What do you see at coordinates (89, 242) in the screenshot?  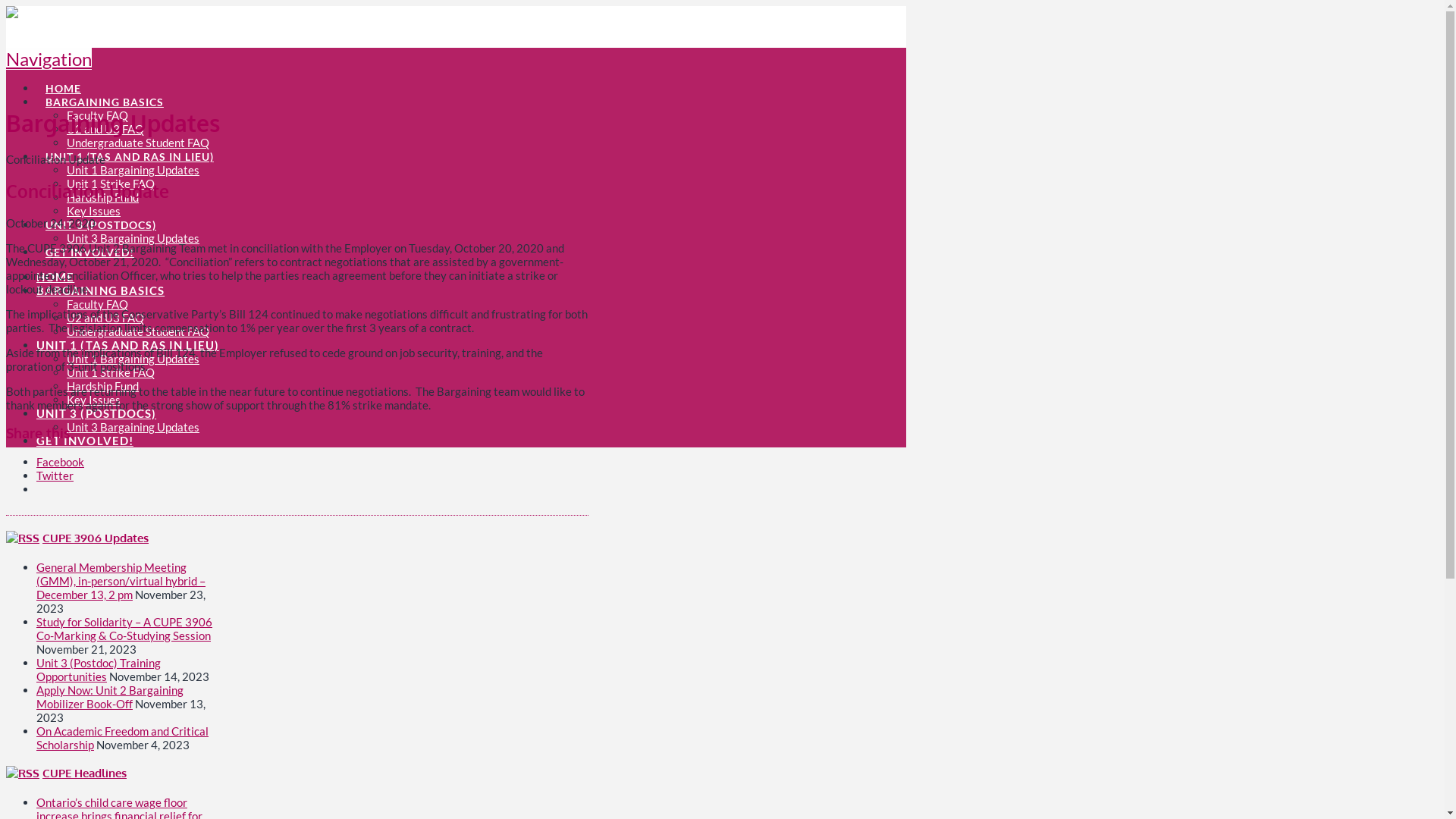 I see `'GET INVOLVED!'` at bounding box center [89, 242].